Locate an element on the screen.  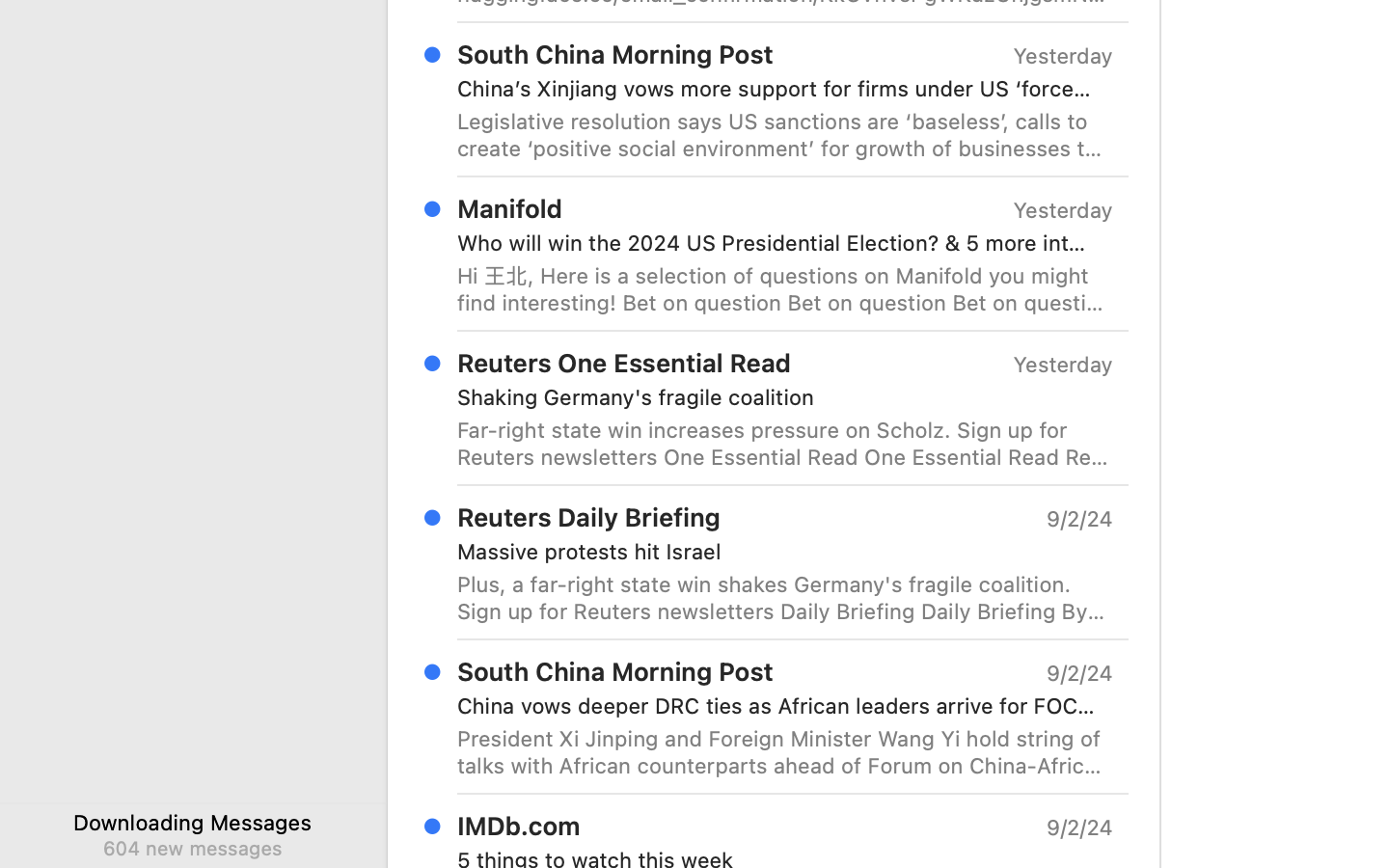
'9/2/24' is located at coordinates (1077, 827).